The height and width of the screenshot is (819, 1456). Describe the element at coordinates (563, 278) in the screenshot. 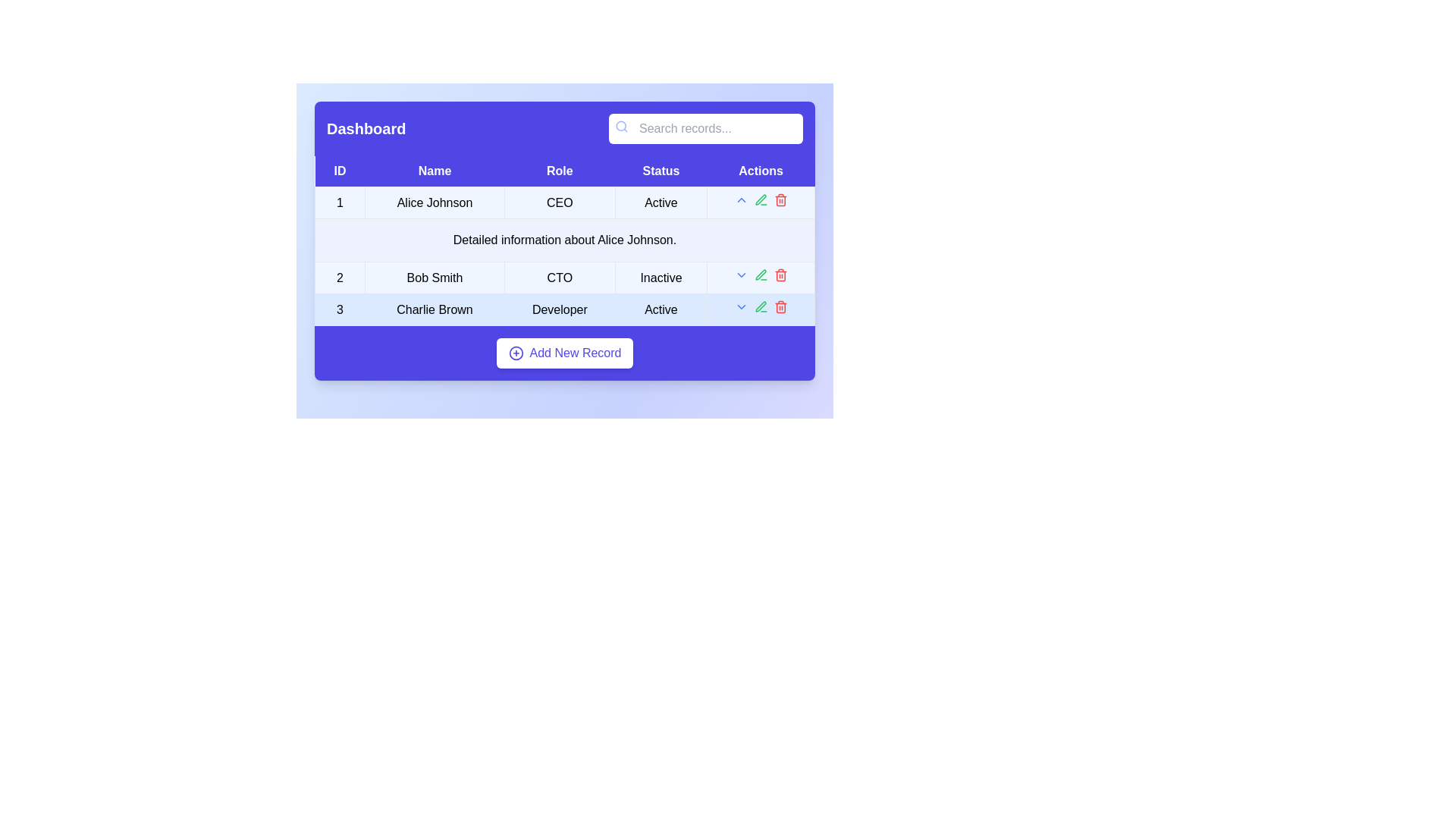

I see `the table row containing details about Bob Smith` at that location.